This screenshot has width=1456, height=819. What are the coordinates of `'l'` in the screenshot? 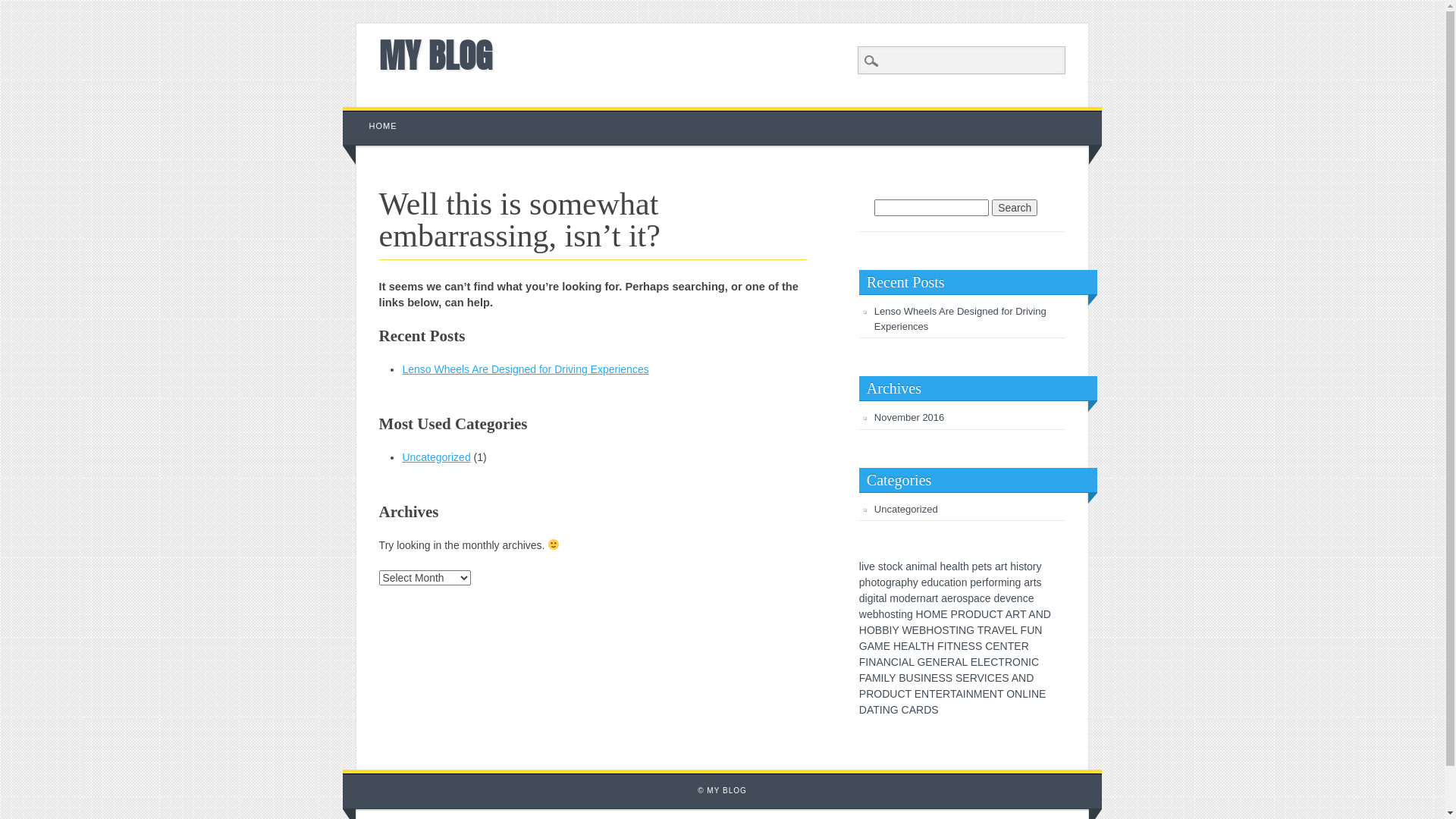 It's located at (860, 566).